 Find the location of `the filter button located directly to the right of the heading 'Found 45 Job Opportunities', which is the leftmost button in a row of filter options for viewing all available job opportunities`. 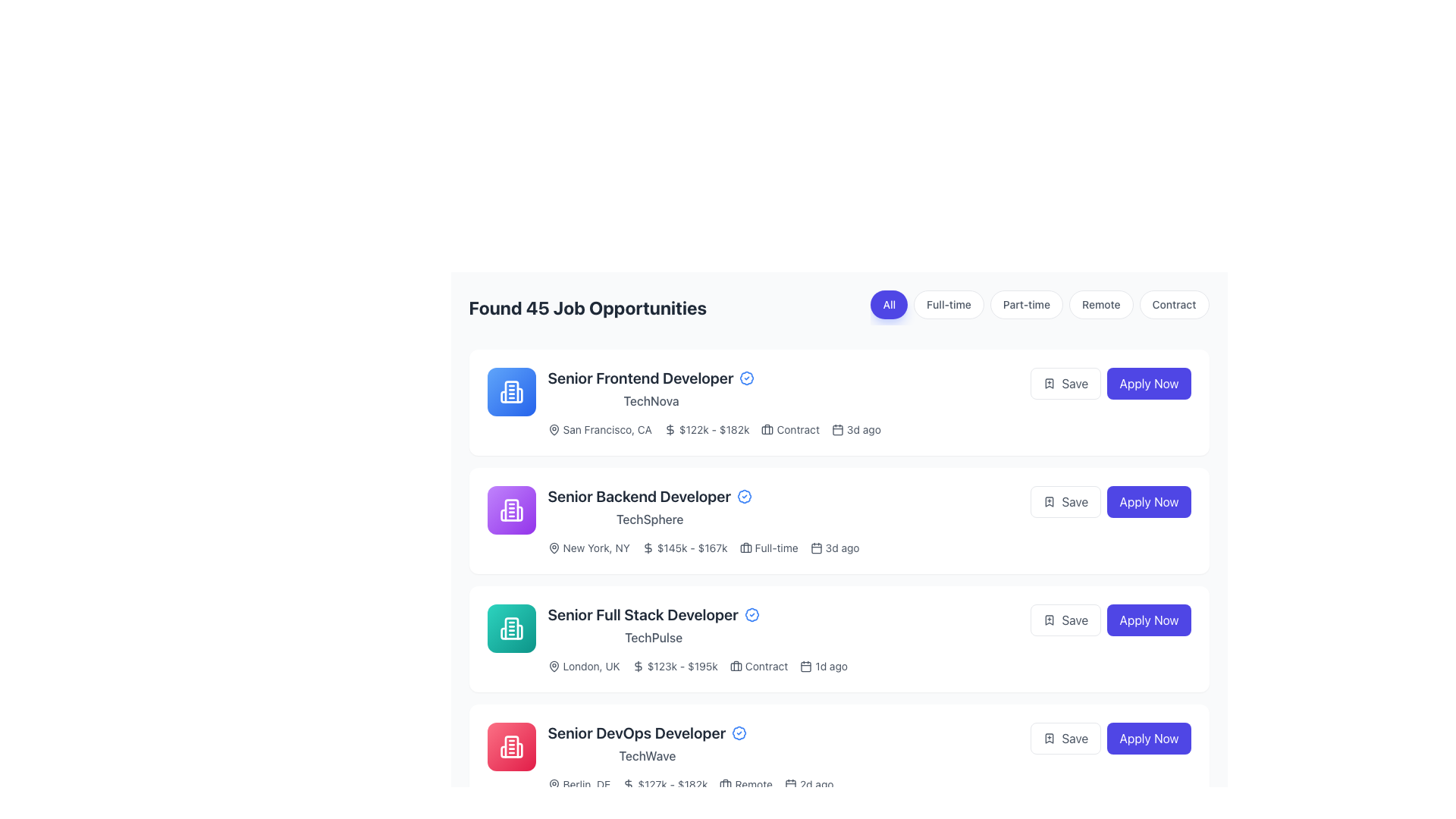

the filter button located directly to the right of the heading 'Found 45 Job Opportunities', which is the leftmost button in a row of filter options for viewing all available job opportunities is located at coordinates (889, 304).